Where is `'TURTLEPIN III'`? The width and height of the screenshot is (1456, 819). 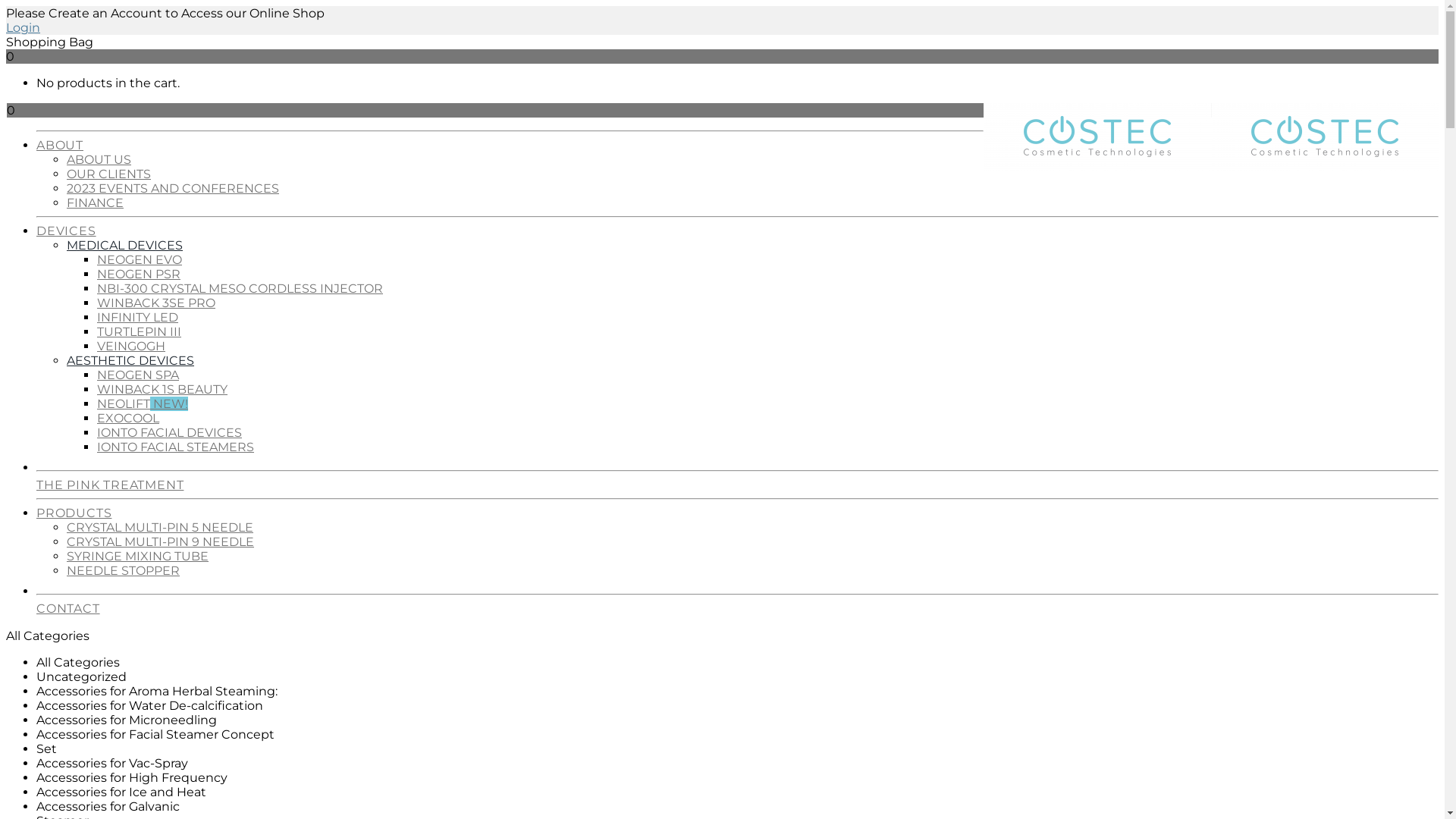
'TURTLEPIN III' is located at coordinates (139, 331).